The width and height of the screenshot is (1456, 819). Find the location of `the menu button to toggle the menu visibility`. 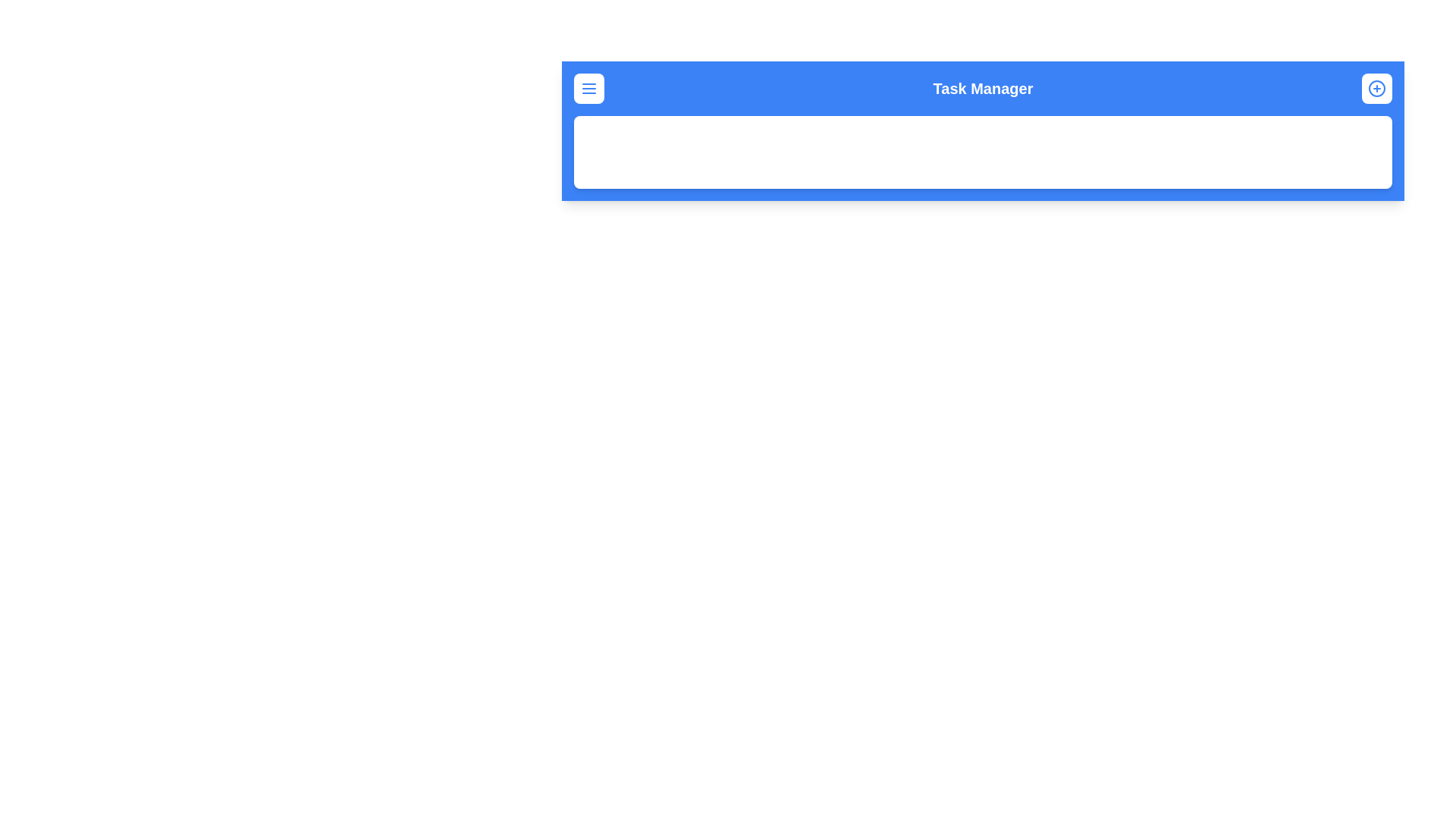

the menu button to toggle the menu visibility is located at coordinates (588, 88).